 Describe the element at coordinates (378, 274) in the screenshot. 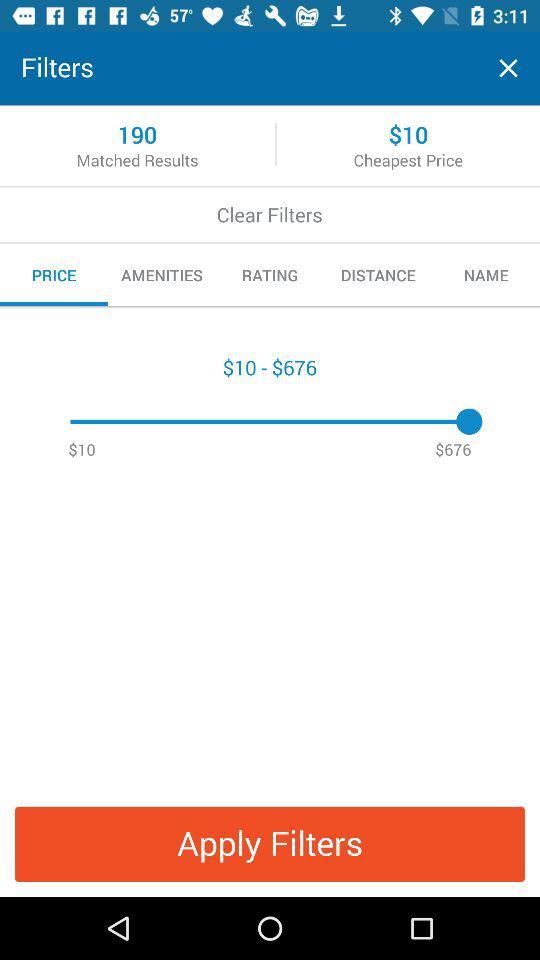

I see `item next to the rating` at that location.